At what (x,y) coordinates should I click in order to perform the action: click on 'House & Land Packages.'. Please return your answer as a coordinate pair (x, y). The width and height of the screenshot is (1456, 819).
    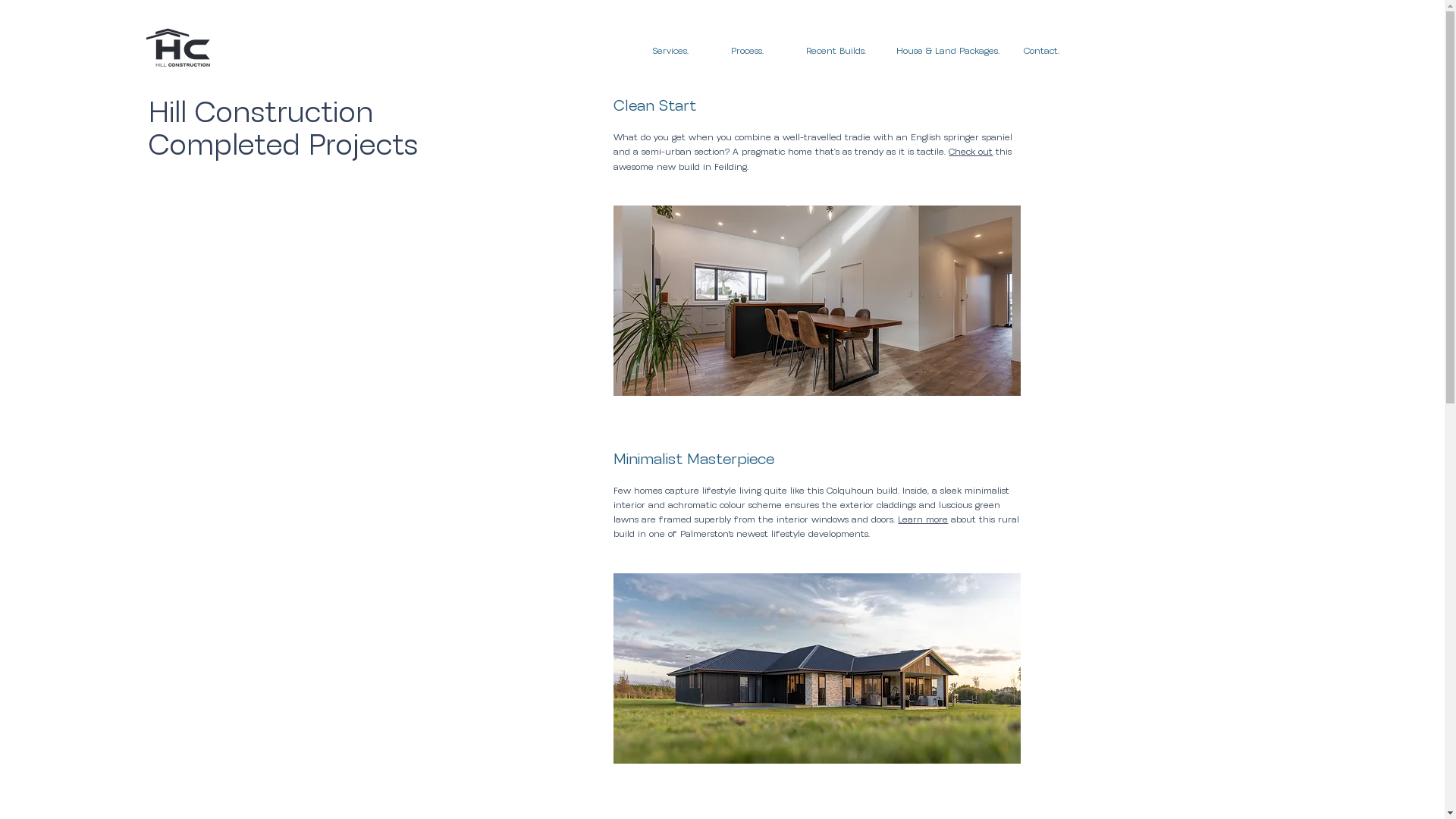
    Looking at the image, I should click on (946, 51).